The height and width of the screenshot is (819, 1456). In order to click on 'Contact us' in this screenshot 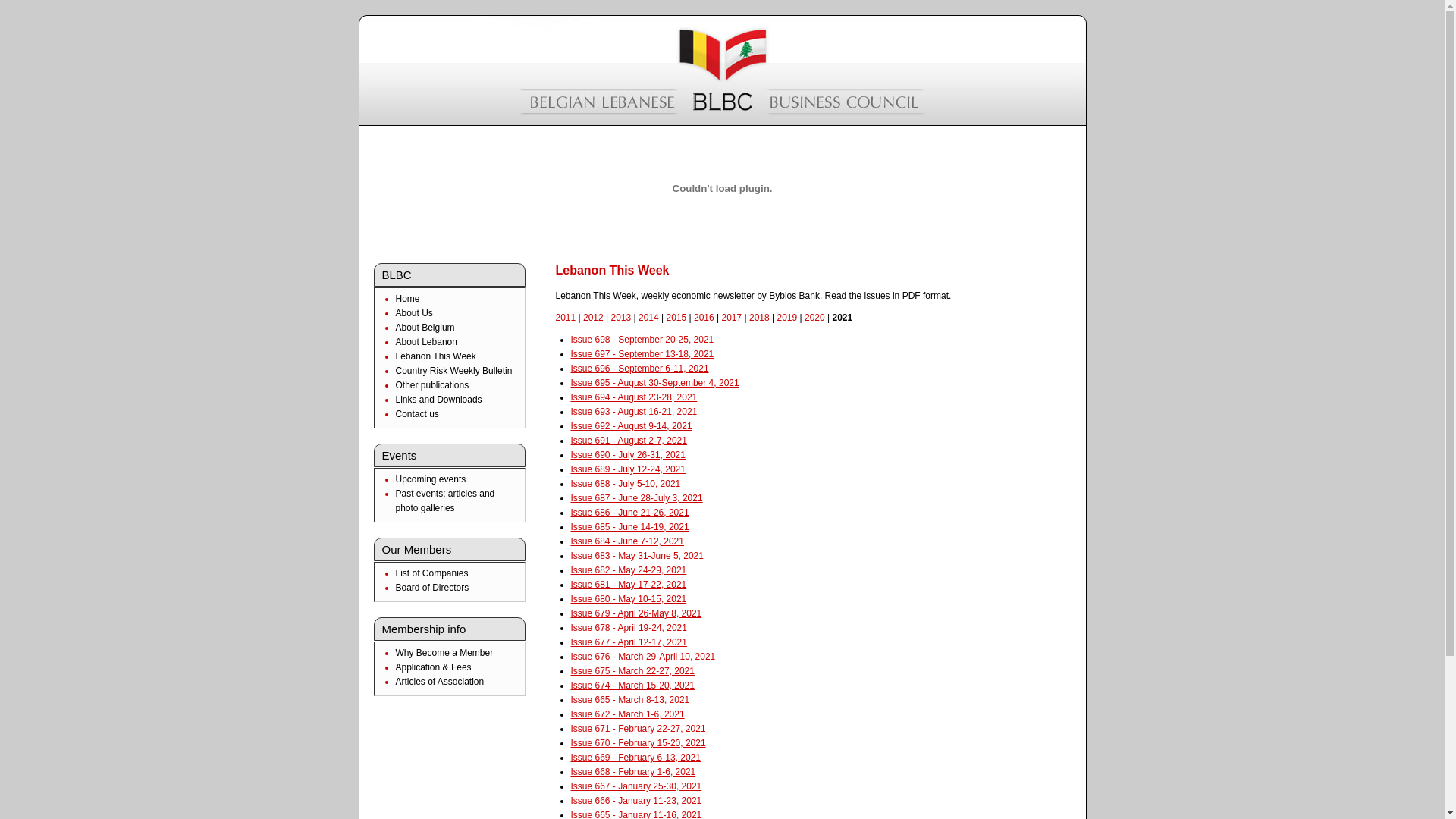, I will do `click(396, 414)`.